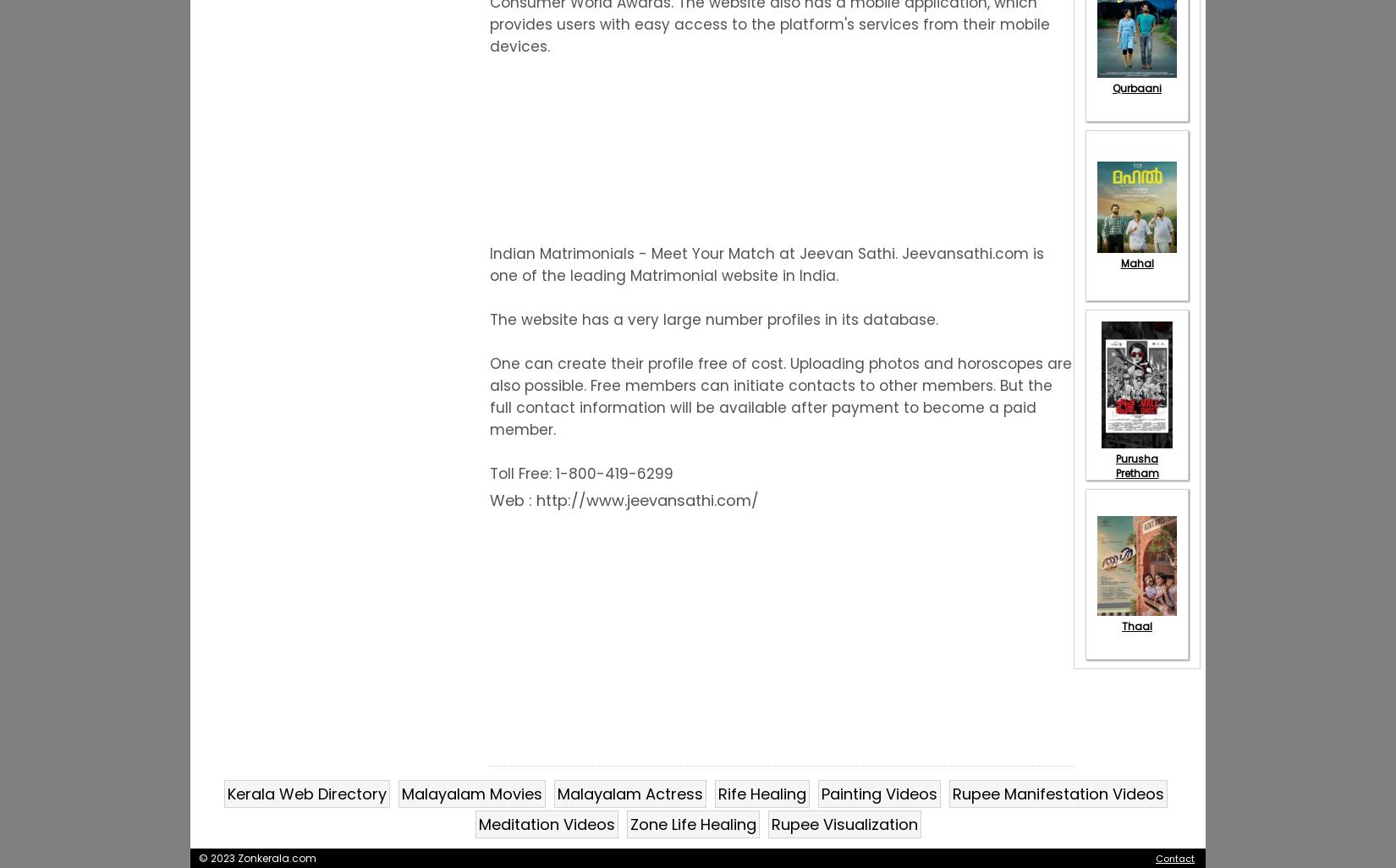 This screenshot has height=868, width=1396. What do you see at coordinates (1135, 87) in the screenshot?
I see `'Qurbaani'` at bounding box center [1135, 87].